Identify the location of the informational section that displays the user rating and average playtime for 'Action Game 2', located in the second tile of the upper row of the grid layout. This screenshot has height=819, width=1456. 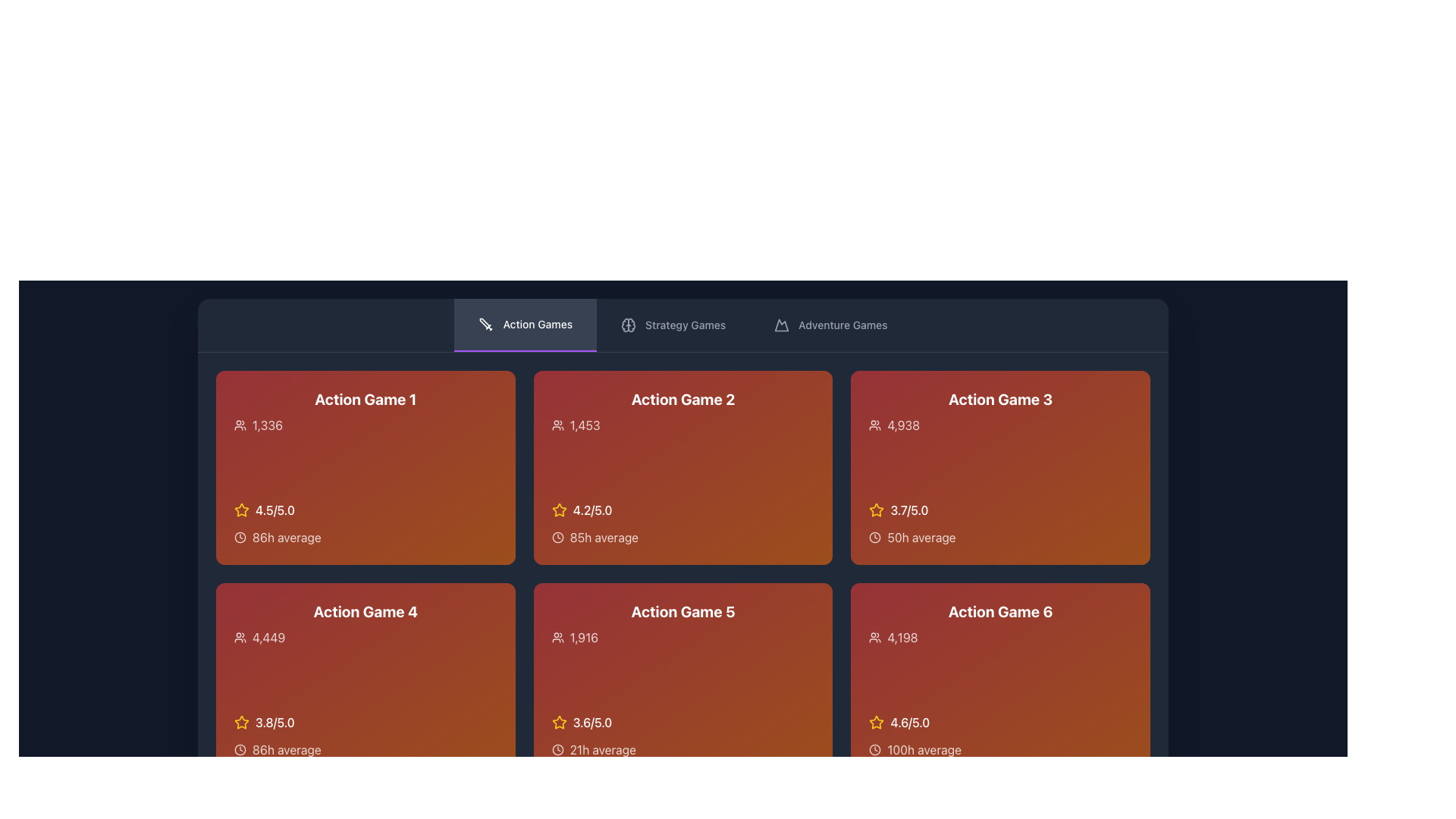
(682, 522).